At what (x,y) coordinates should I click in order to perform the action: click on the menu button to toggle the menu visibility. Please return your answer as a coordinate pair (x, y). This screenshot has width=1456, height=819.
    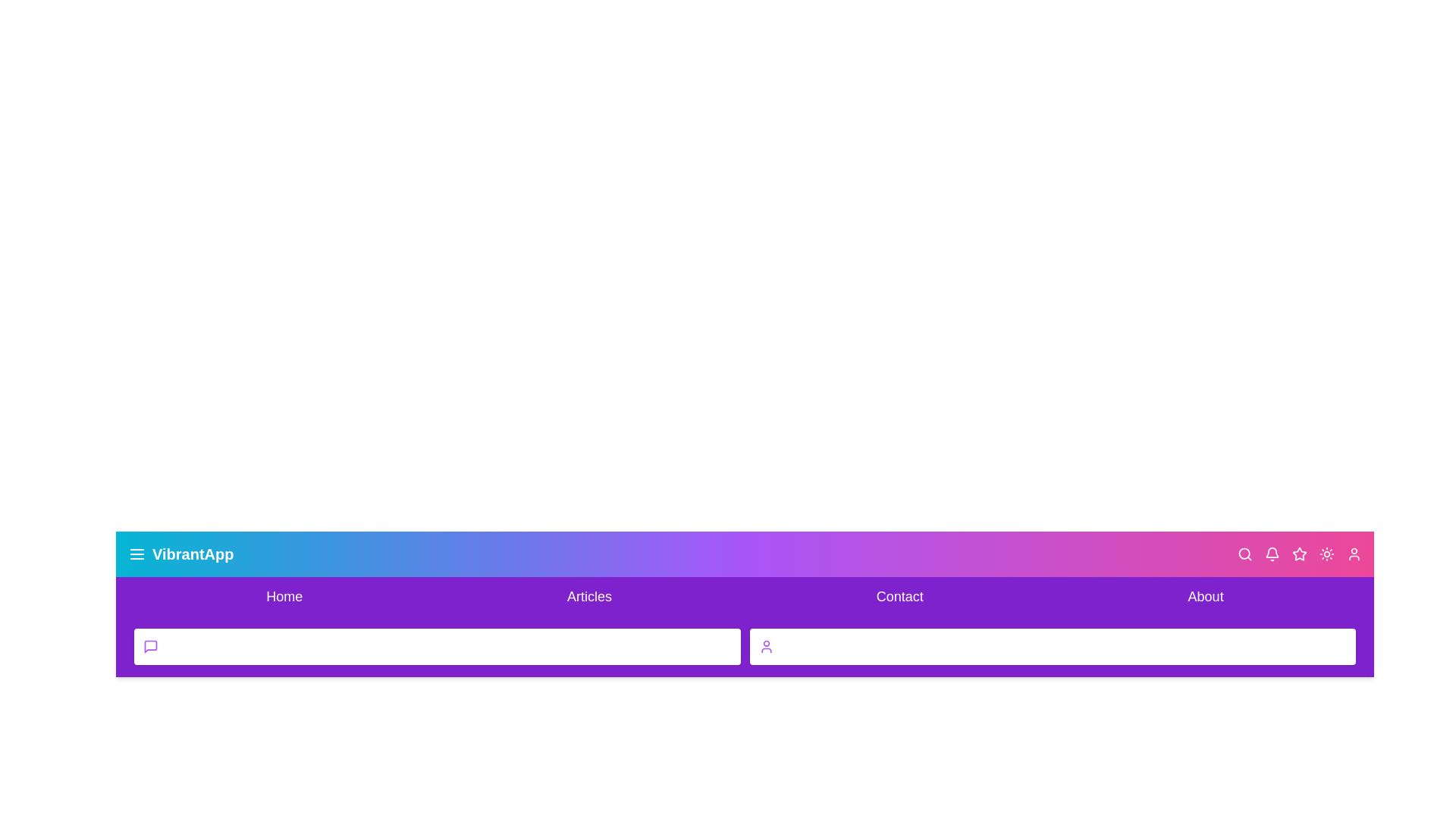
    Looking at the image, I should click on (137, 554).